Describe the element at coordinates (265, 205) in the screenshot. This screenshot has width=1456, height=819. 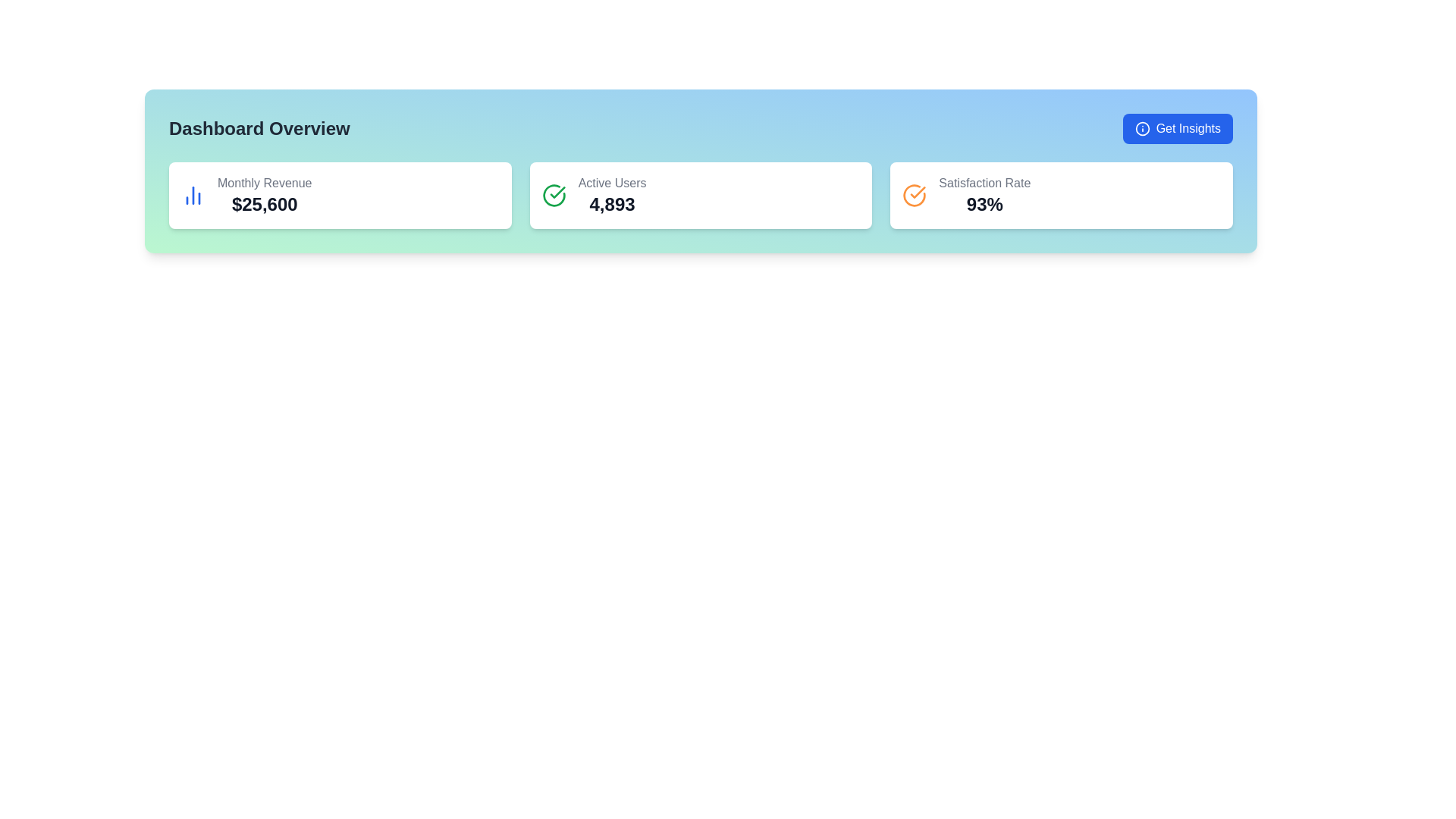
I see `the text display showing '$25,600' in bold font, located in the leftmost card beneath the 'Monthly Revenue' heading` at that location.